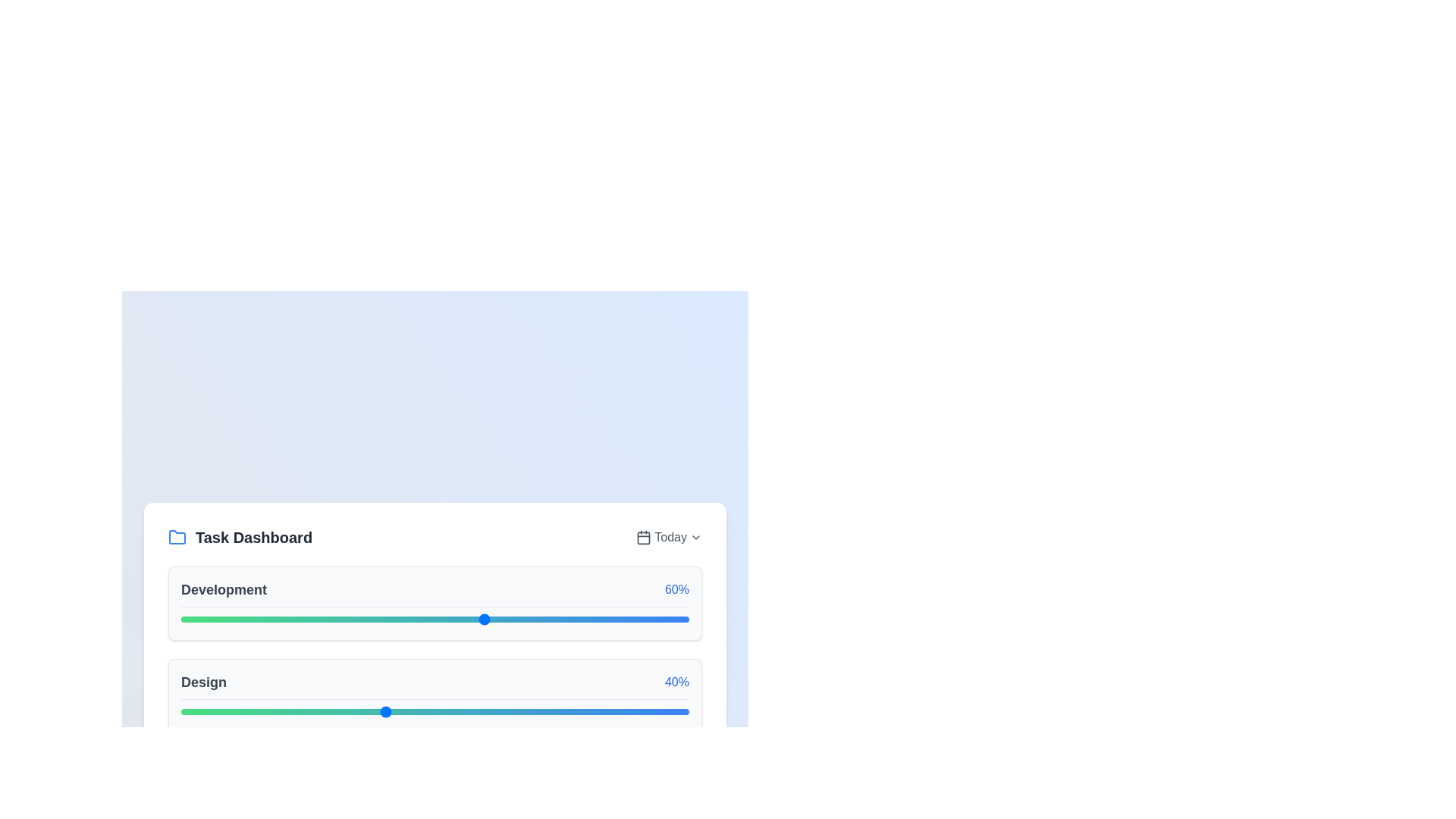  I want to click on the progress of the 'Design' slider, so click(283, 711).